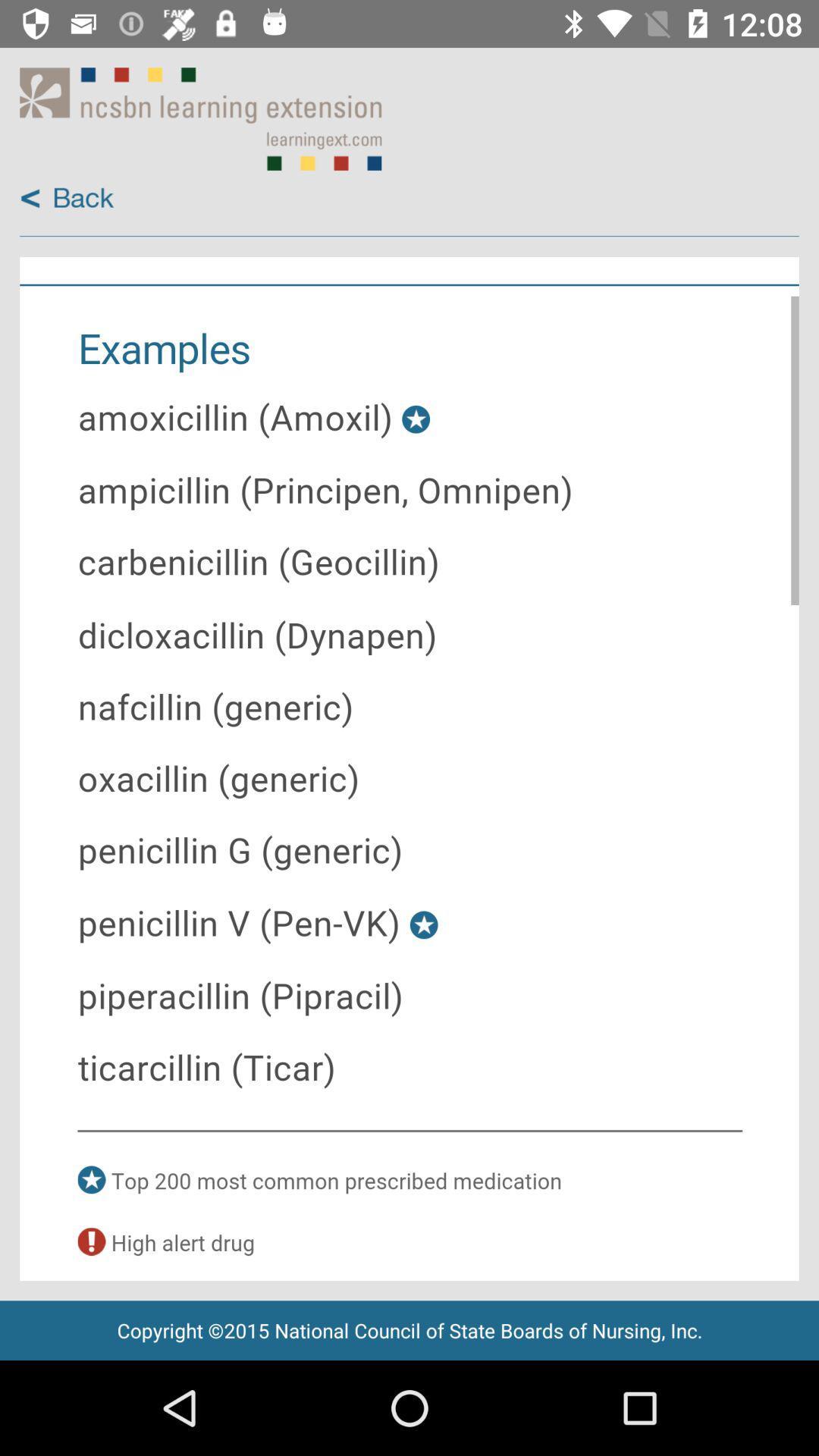 This screenshot has width=819, height=1456. I want to click on back, so click(66, 198).